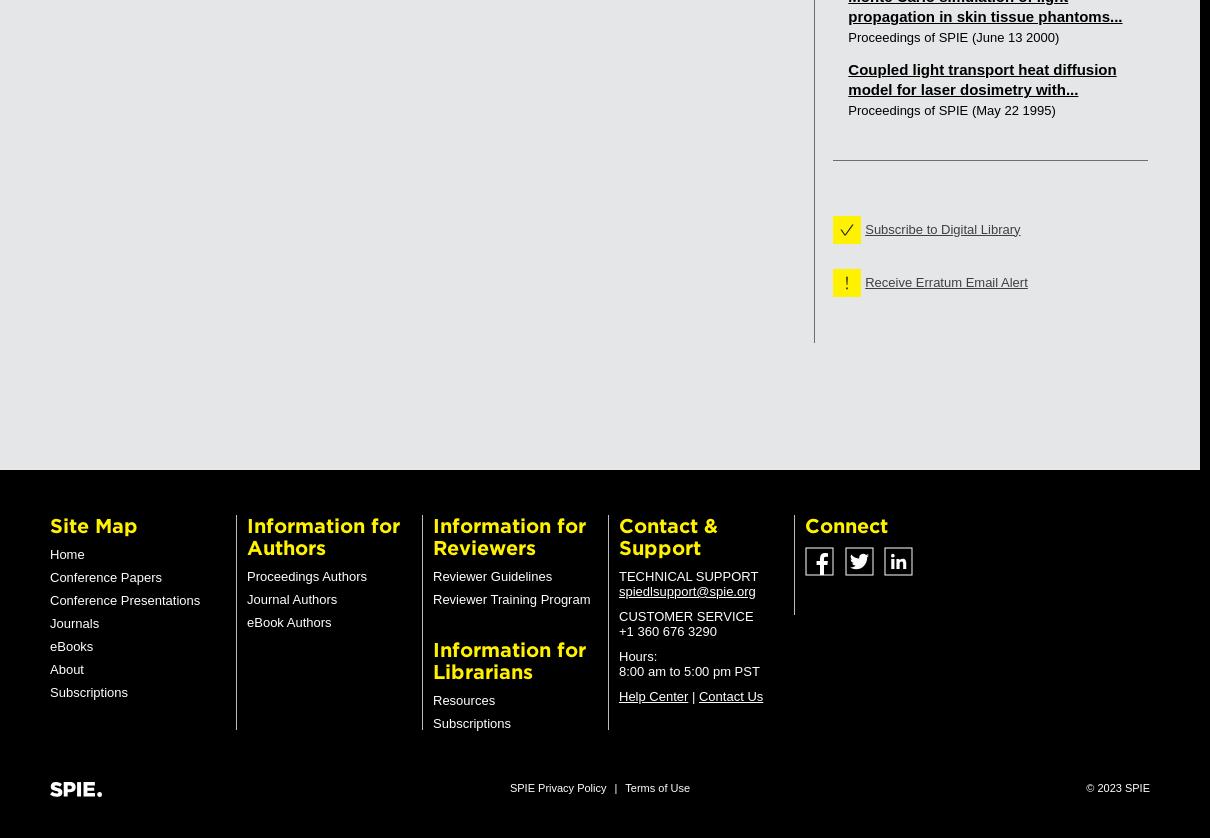 This screenshot has height=838, width=1210. I want to click on '+1 360 676 3290', so click(618, 630).